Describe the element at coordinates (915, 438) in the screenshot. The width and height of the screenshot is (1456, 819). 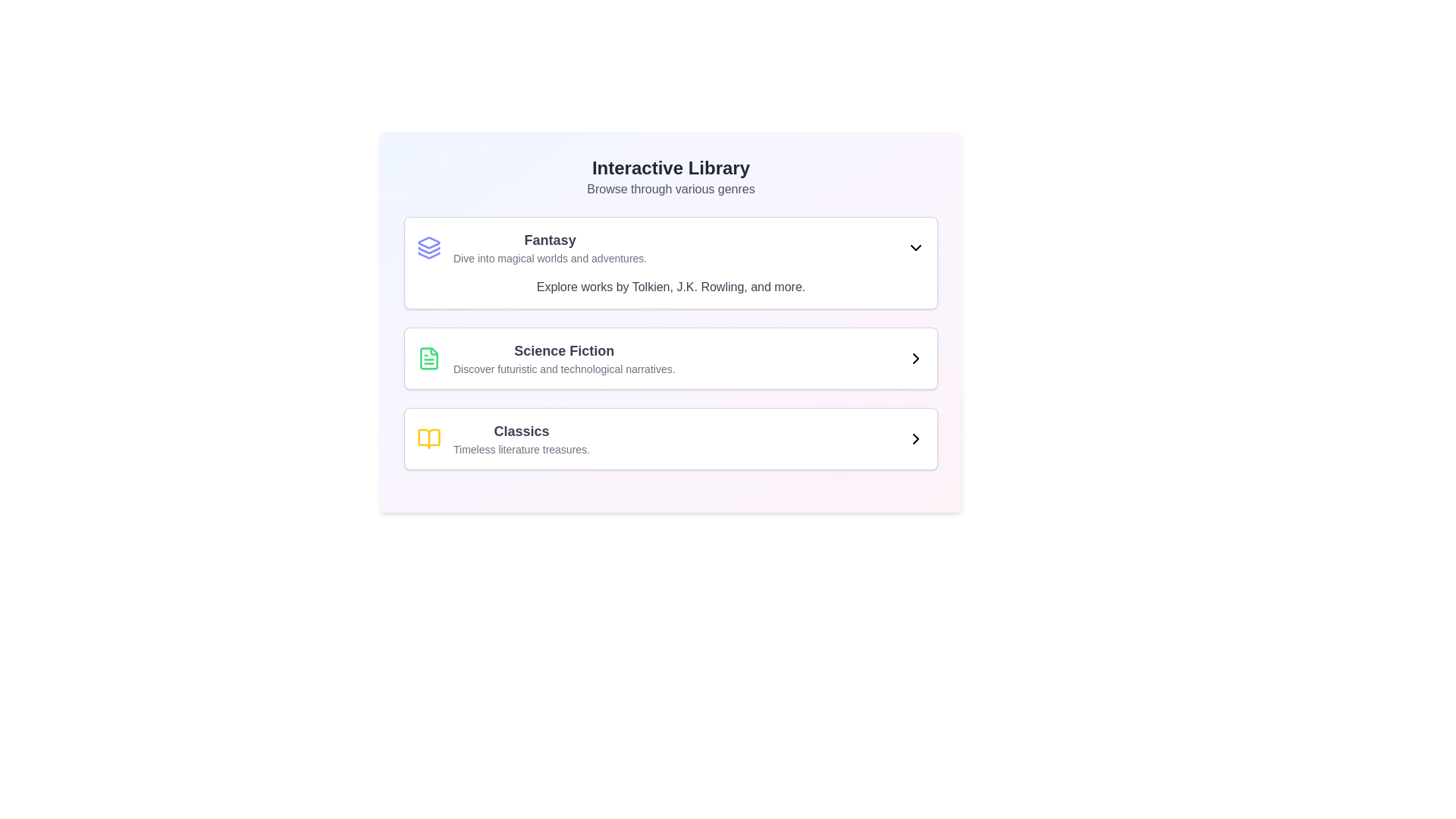
I see `the right-pointing chevron icon located in the top-right corner of the 'Classics' row within the 'Interactive Library' interface` at that location.